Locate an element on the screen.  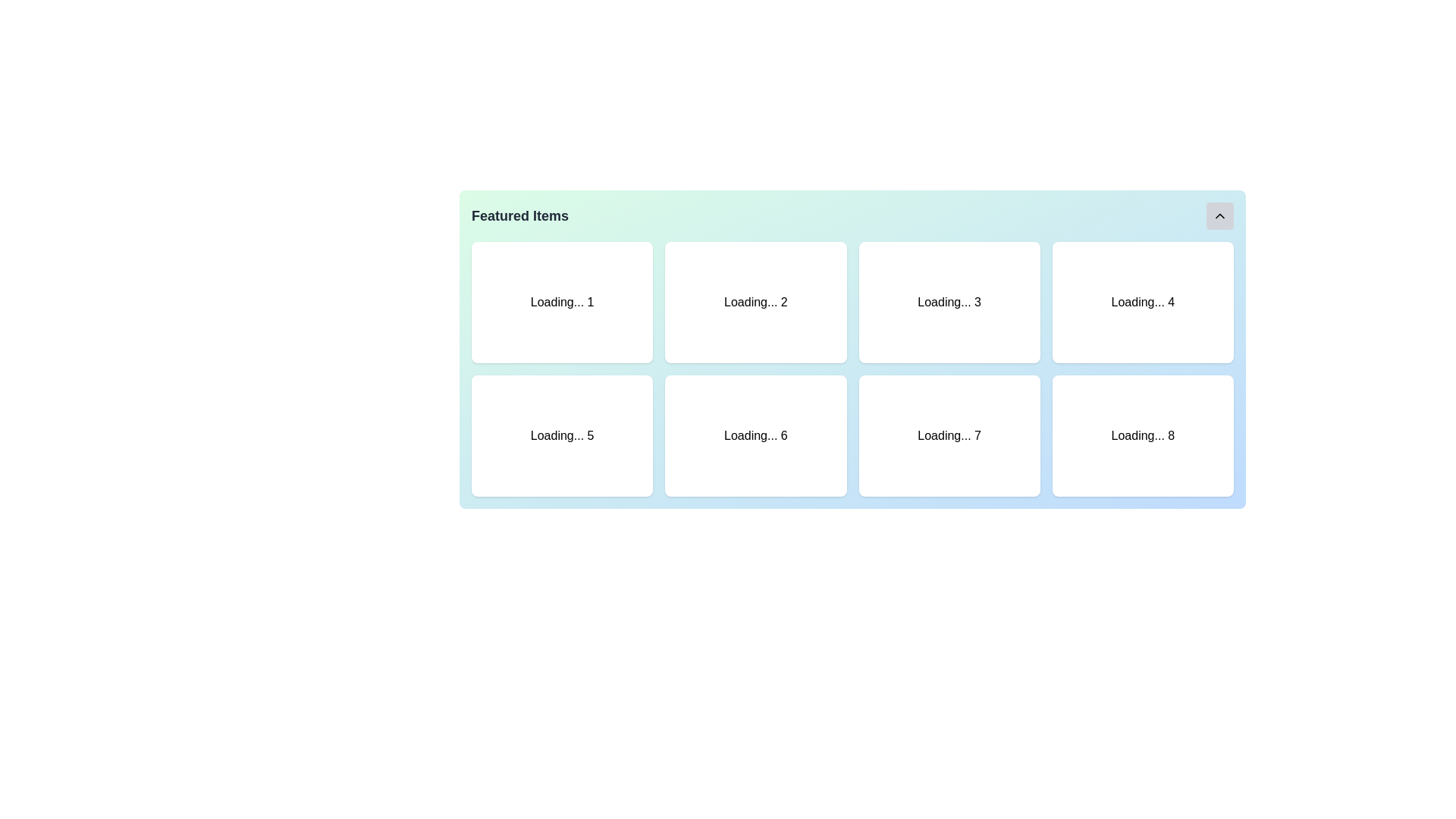
the informational card located in the third position of the second row is located at coordinates (949, 435).